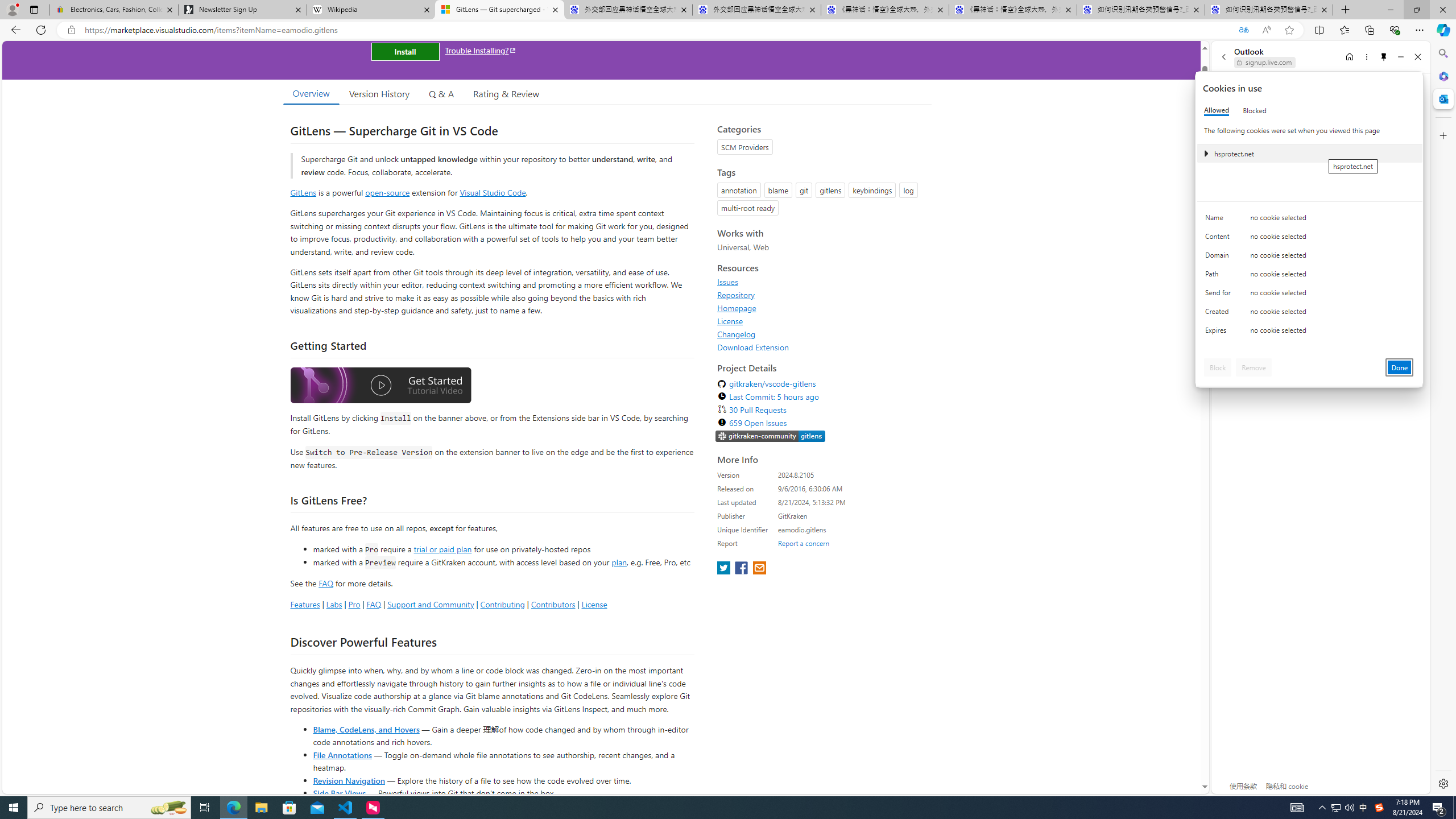  Describe the element at coordinates (1219, 257) in the screenshot. I see `'Domain'` at that location.